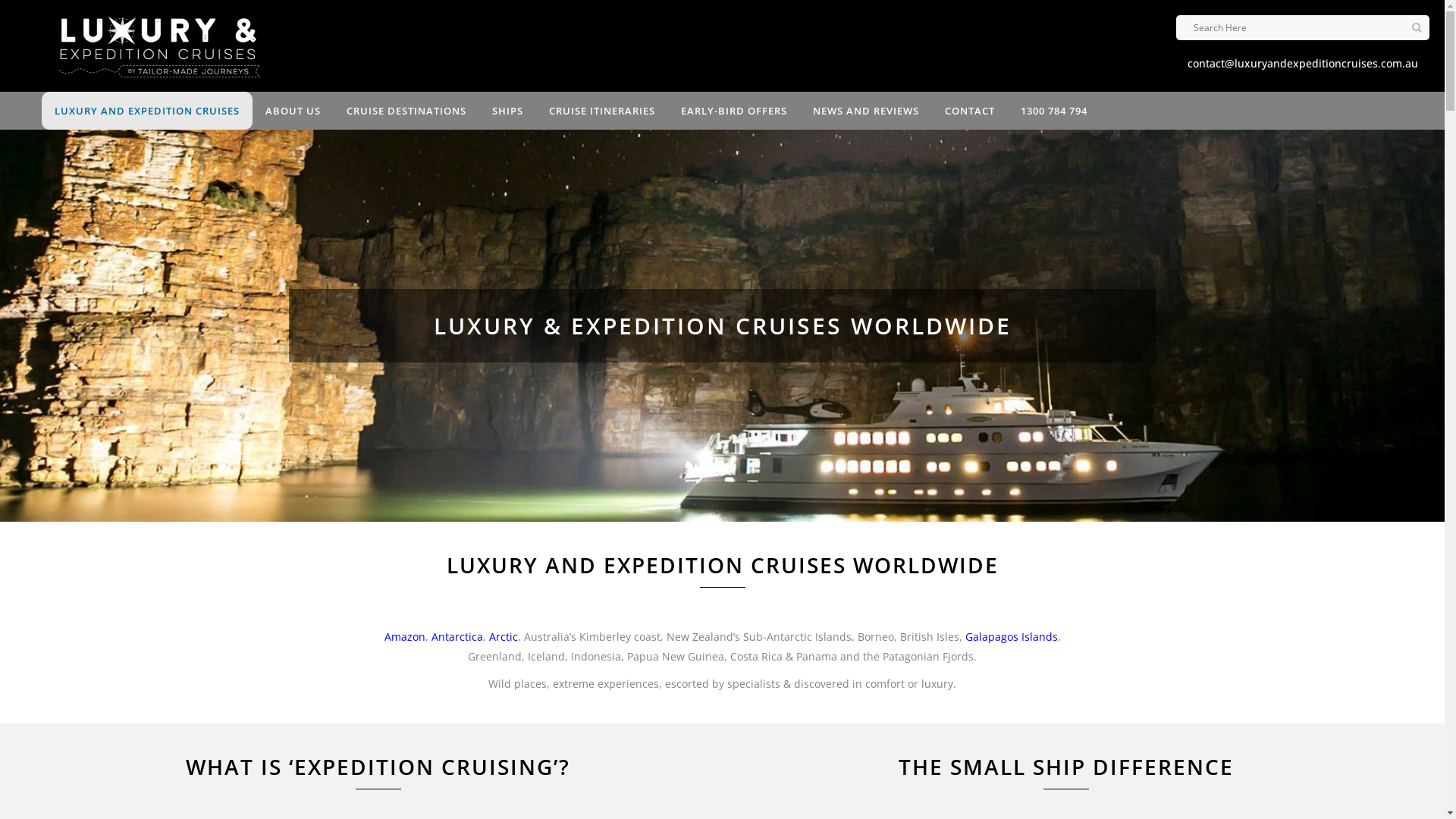 The image size is (1456, 819). I want to click on 'CRUISE ITINERARIES', so click(535, 110).